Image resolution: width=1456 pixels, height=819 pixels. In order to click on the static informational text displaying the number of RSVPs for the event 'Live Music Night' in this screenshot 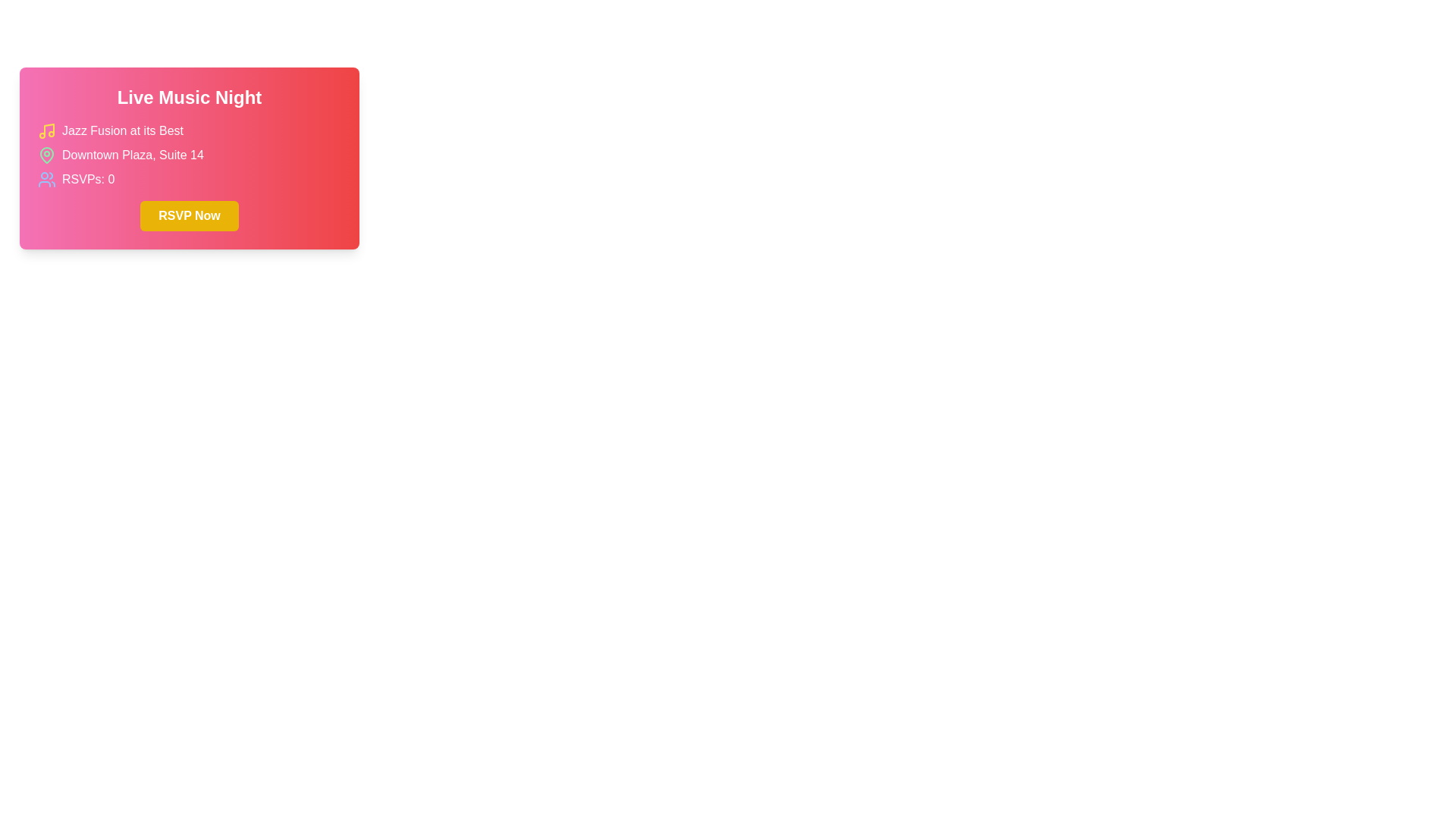, I will do `click(87, 178)`.